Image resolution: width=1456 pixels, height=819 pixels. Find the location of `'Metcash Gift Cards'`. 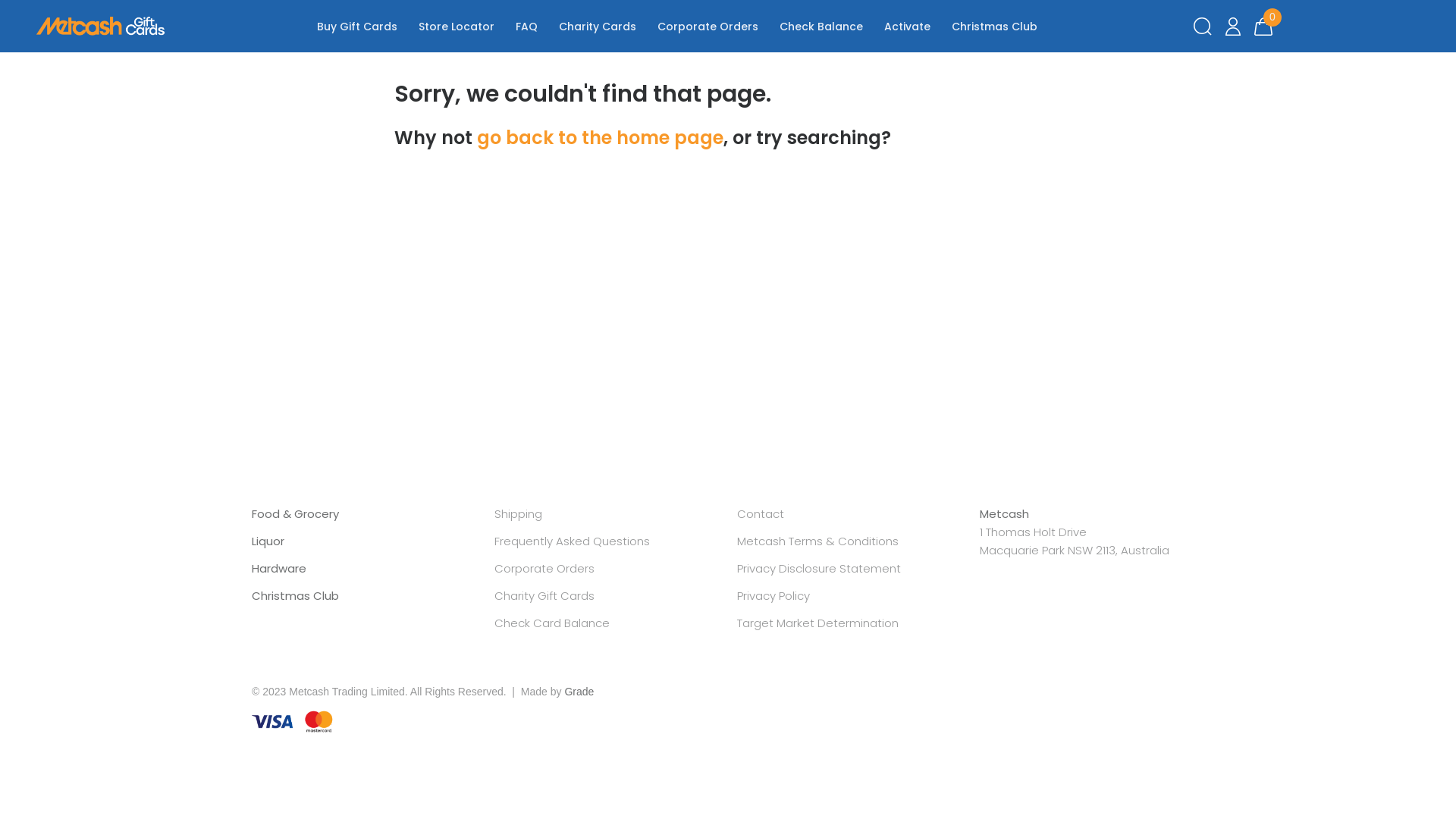

'Metcash Gift Cards' is located at coordinates (36, 26).